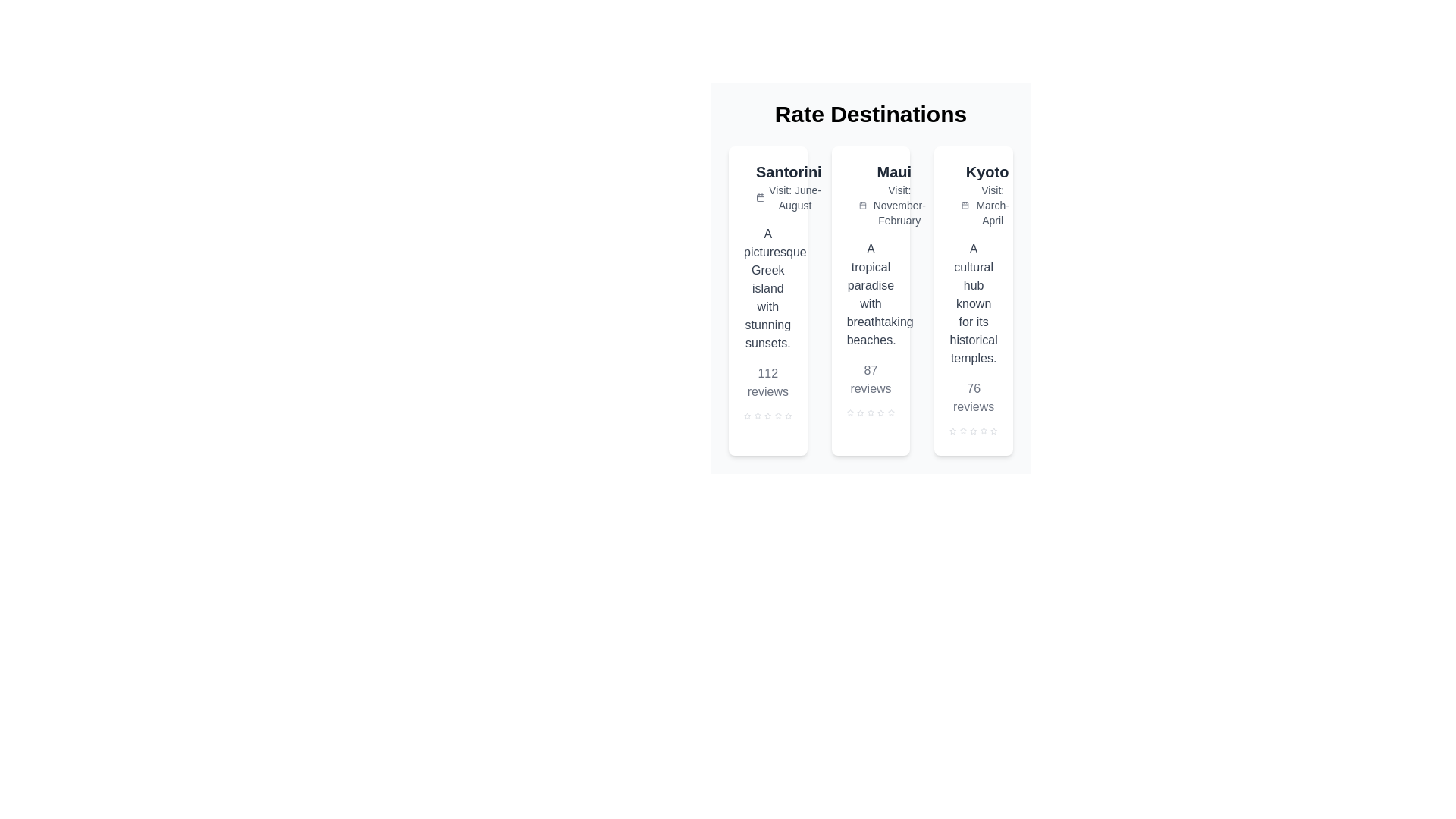 The height and width of the screenshot is (819, 1456). Describe the element at coordinates (789, 171) in the screenshot. I see `the text element displaying 'Santorini', which is bold and large, located at the top of the vertical content block in the 'Rate Destinations' section` at that location.